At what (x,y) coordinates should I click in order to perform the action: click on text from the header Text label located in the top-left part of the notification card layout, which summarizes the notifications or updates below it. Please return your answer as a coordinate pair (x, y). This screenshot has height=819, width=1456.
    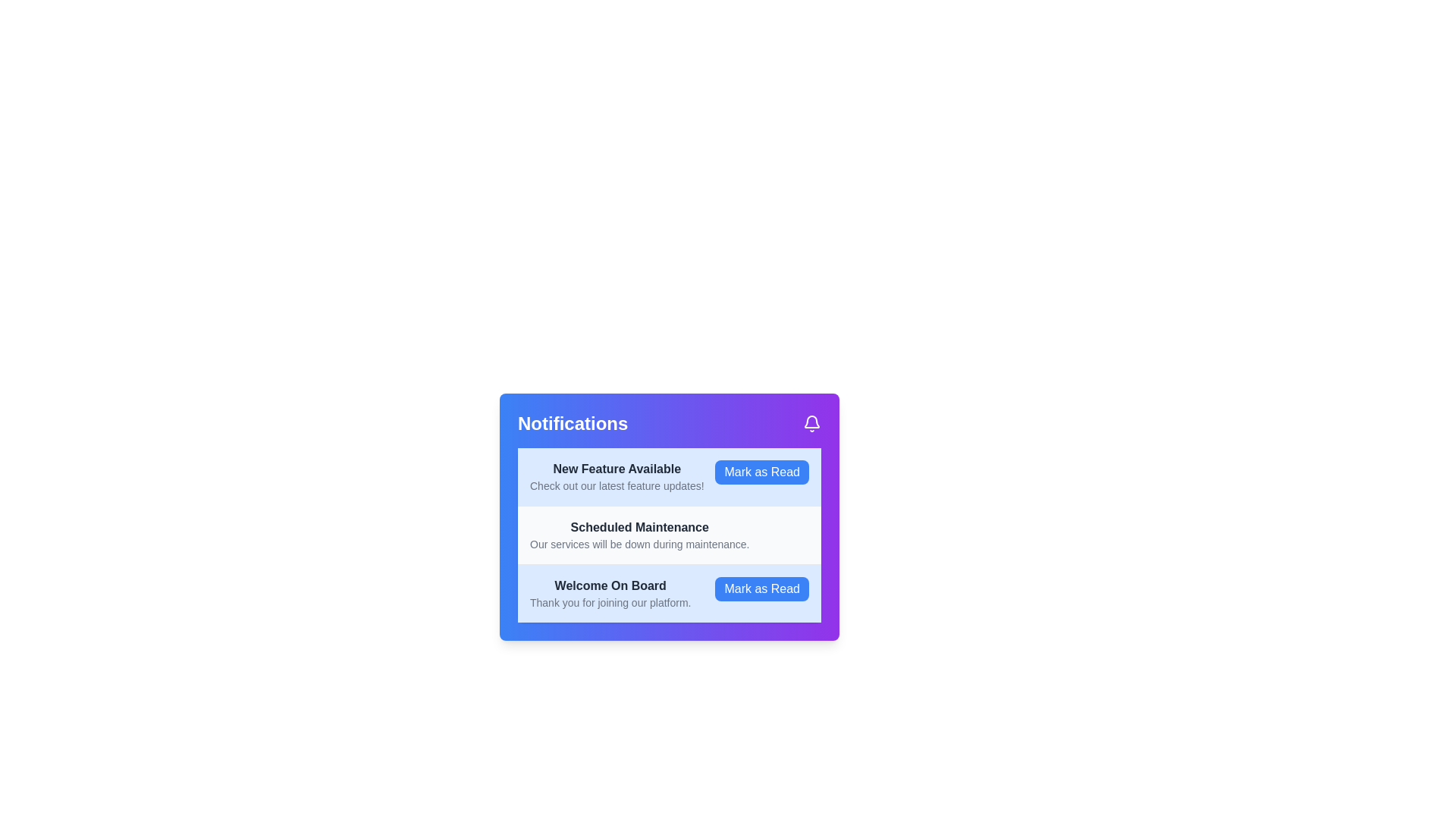
    Looking at the image, I should click on (572, 424).